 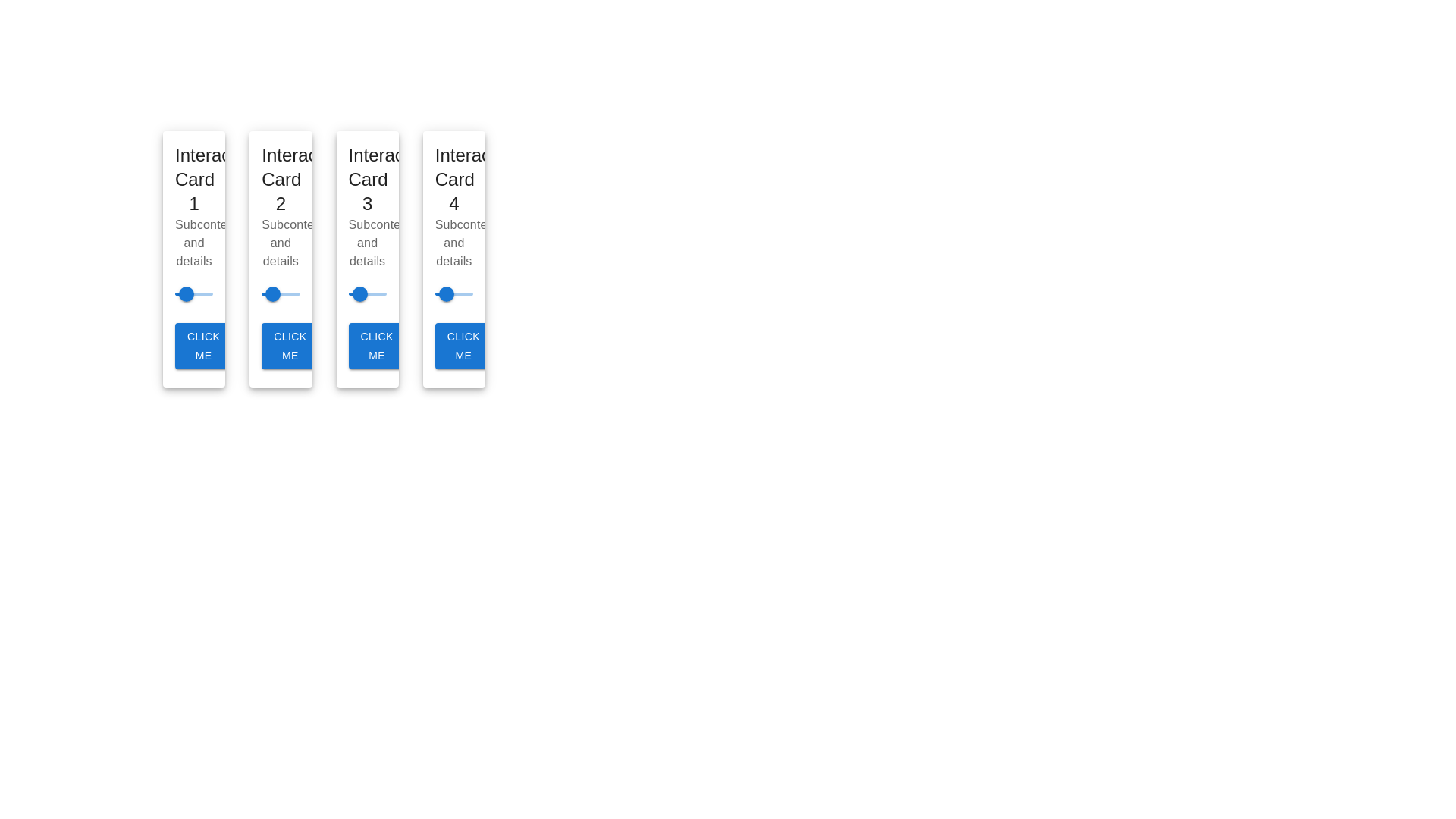 What do you see at coordinates (271, 294) in the screenshot?
I see `the slider` at bounding box center [271, 294].